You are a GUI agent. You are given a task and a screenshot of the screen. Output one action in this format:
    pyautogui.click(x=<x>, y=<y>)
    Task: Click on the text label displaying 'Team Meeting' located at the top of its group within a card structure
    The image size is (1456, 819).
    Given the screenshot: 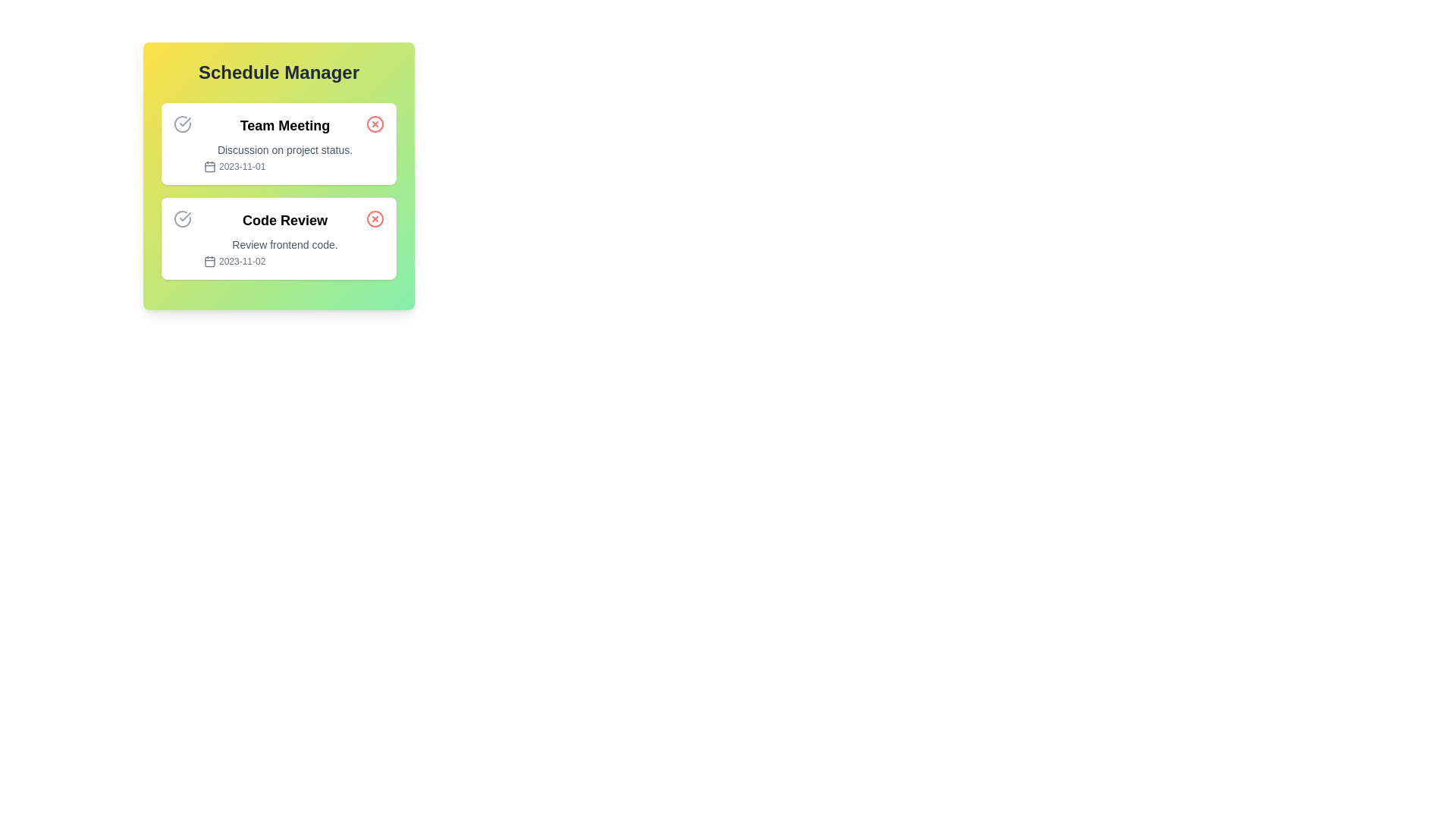 What is the action you would take?
    pyautogui.click(x=284, y=124)
    